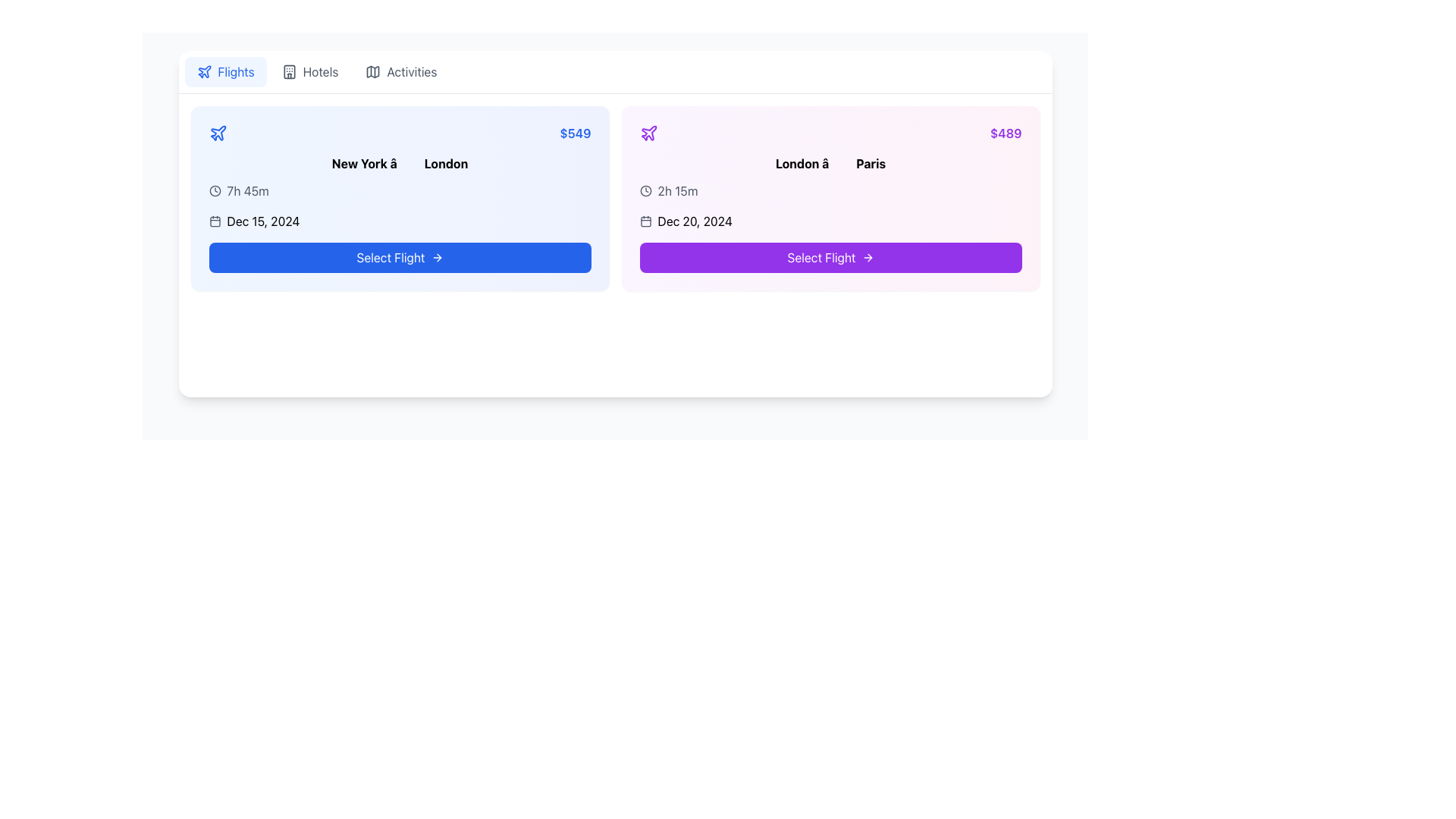  I want to click on date information displayed in the text label showing 'Dec 15, 2024', which is positioned on the left-side flight card below the flight duration text and above the 'Select Flight' button, so click(263, 221).